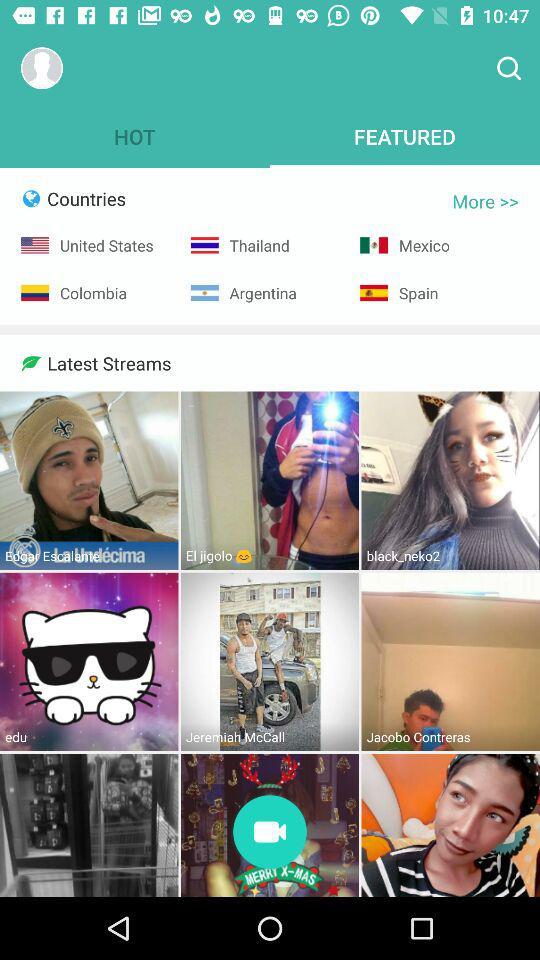 The image size is (540, 960). What do you see at coordinates (484, 201) in the screenshot?
I see `item below featured icon` at bounding box center [484, 201].